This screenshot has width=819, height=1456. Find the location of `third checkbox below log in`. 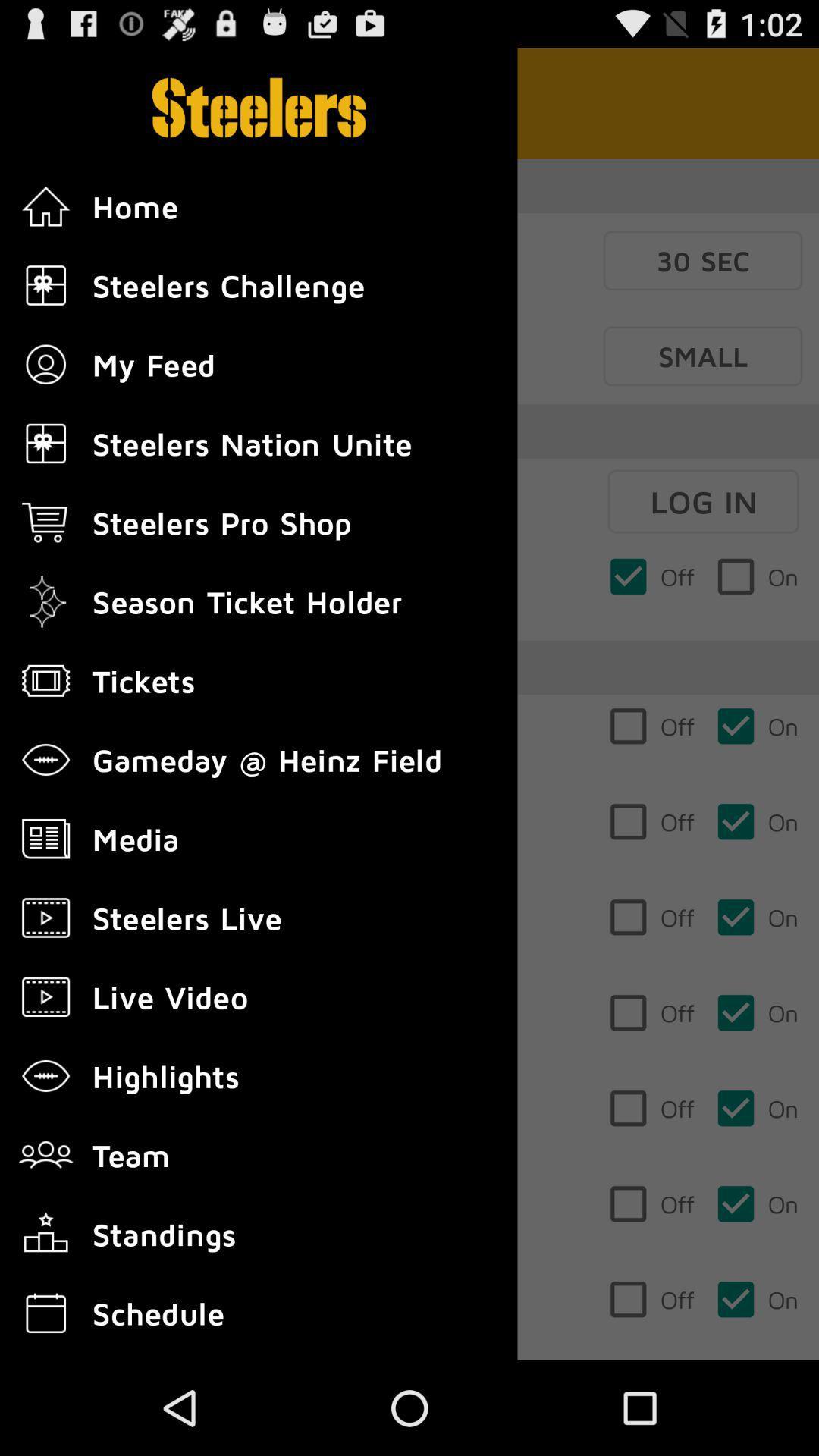

third checkbox below log in is located at coordinates (649, 821).